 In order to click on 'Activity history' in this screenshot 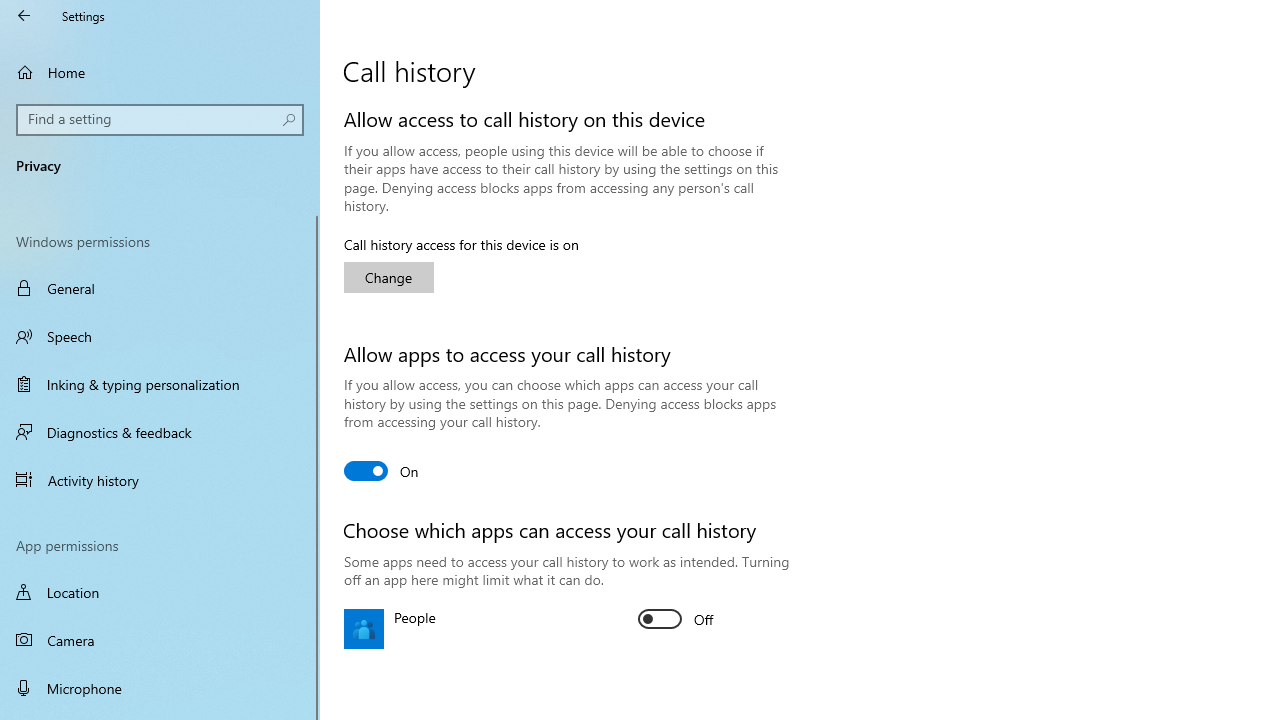, I will do `click(160, 479)`.